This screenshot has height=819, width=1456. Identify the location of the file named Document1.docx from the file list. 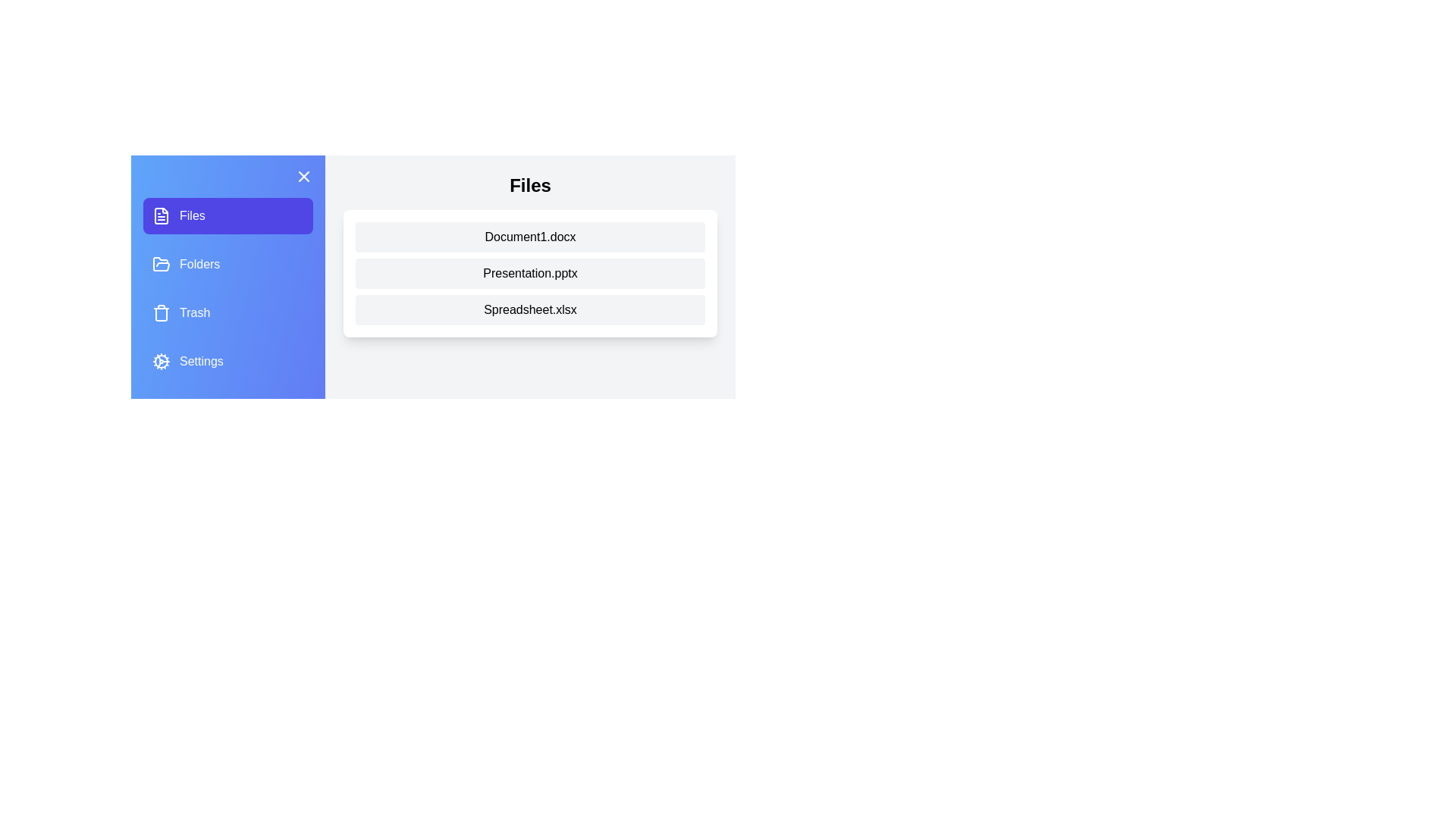
(530, 237).